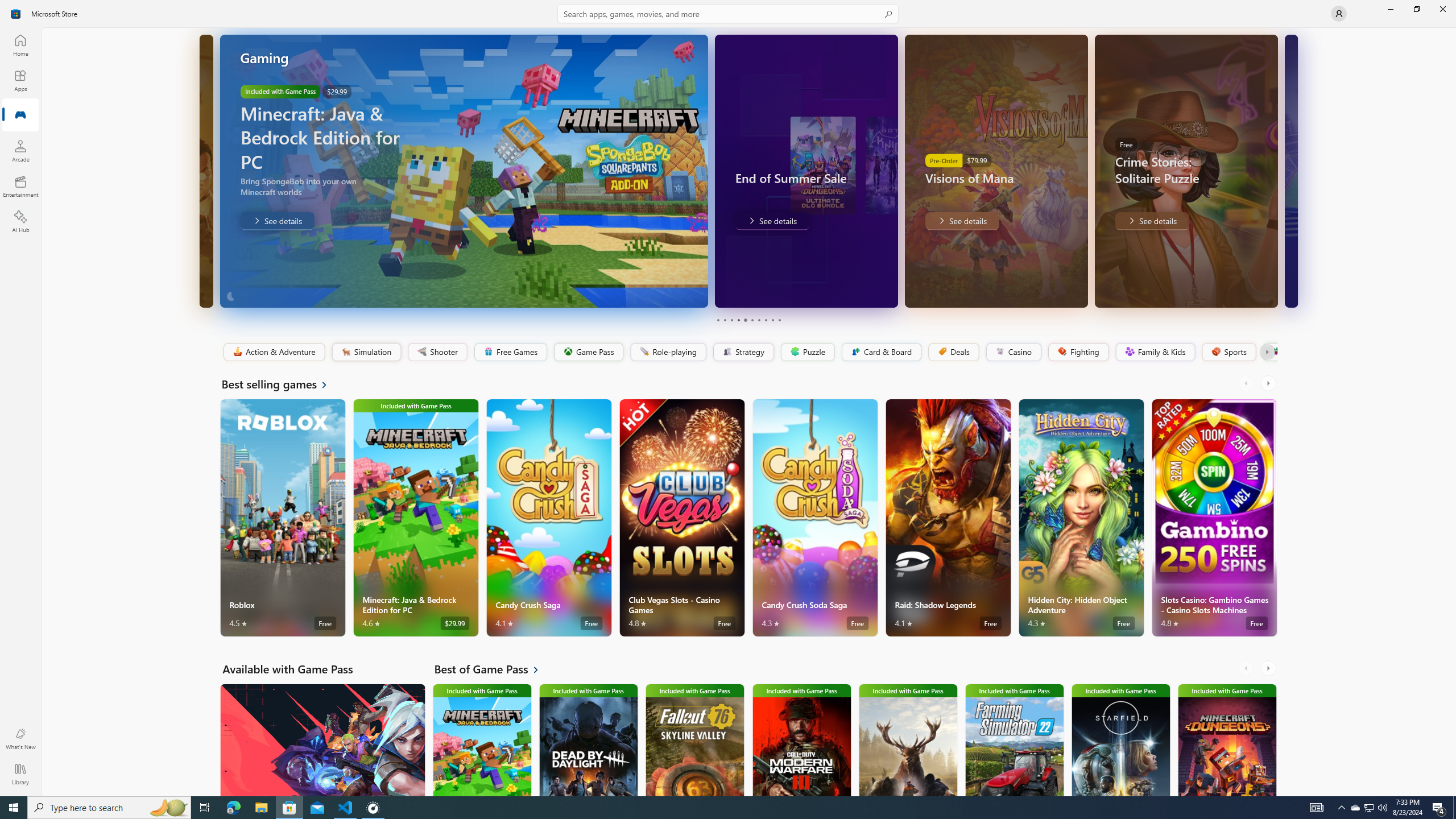 This screenshot has height=819, width=1456. I want to click on 'Page 8', so click(765, 320).